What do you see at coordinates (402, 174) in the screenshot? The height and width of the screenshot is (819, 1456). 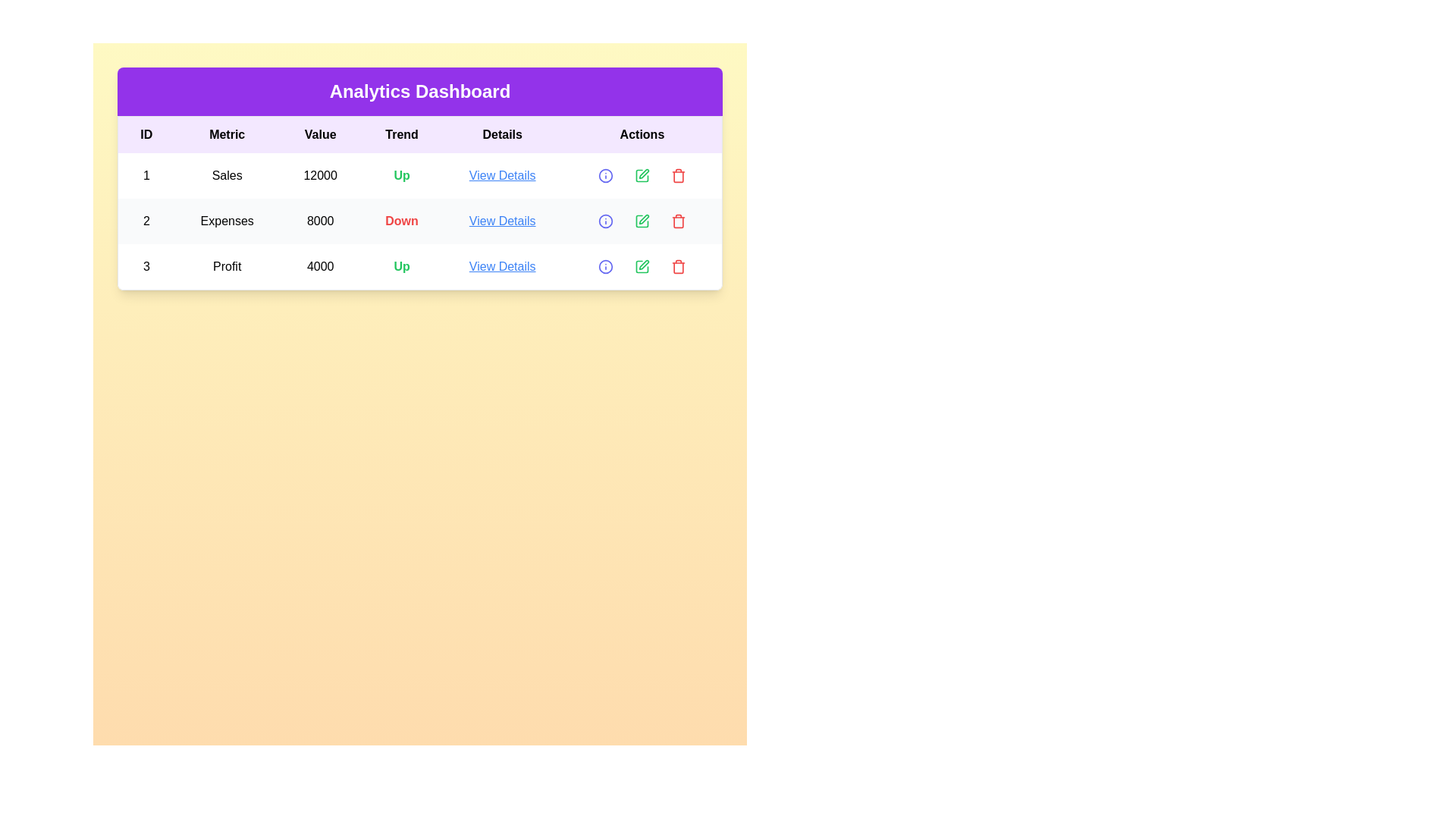 I see `text label indicating a positive trend in the 'Trend' column of the first row in the 'Analytics Dashboard' table` at bounding box center [402, 174].